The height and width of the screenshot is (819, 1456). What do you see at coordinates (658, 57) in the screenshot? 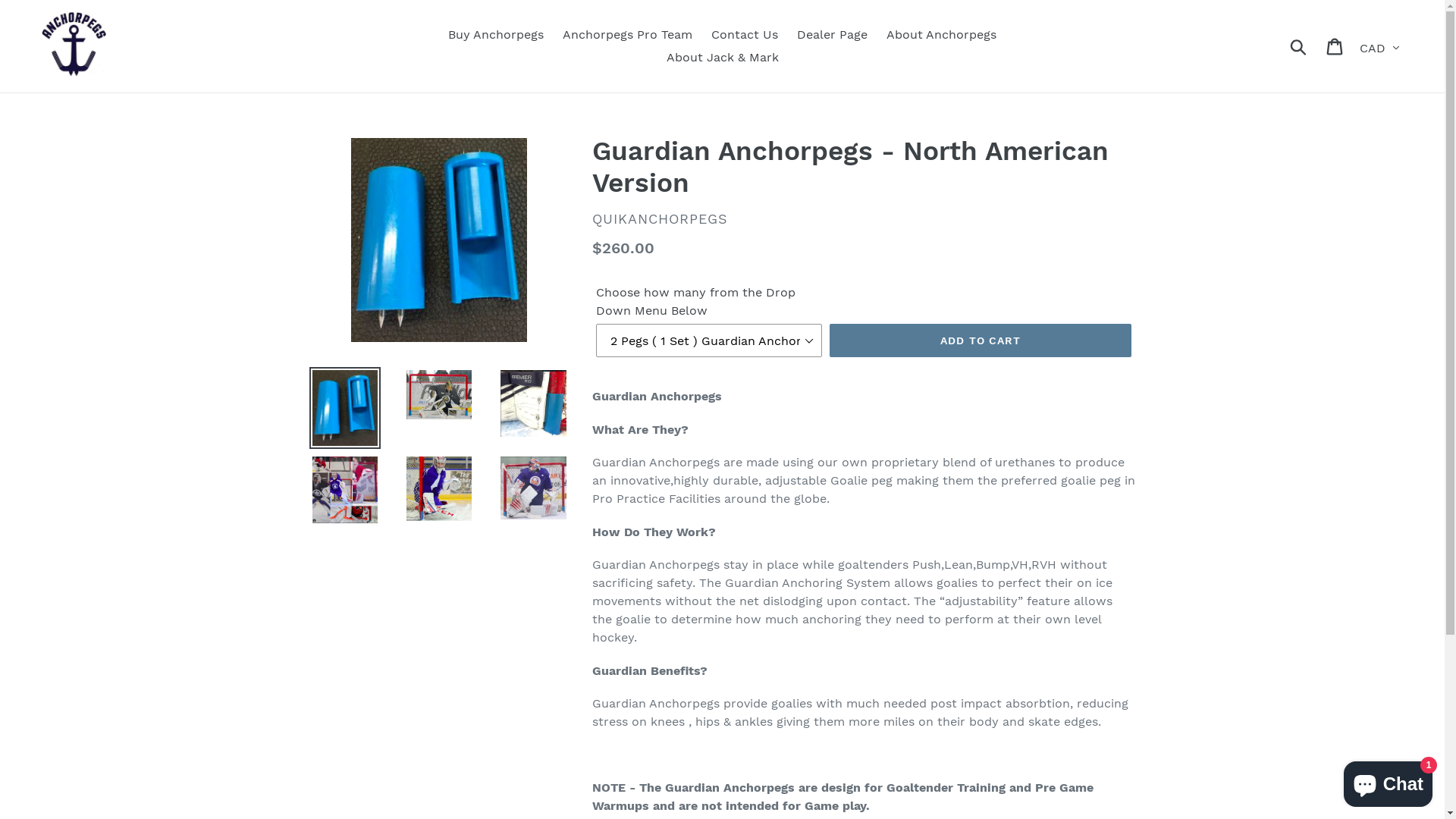
I see `'About Jack & Mark'` at bounding box center [658, 57].